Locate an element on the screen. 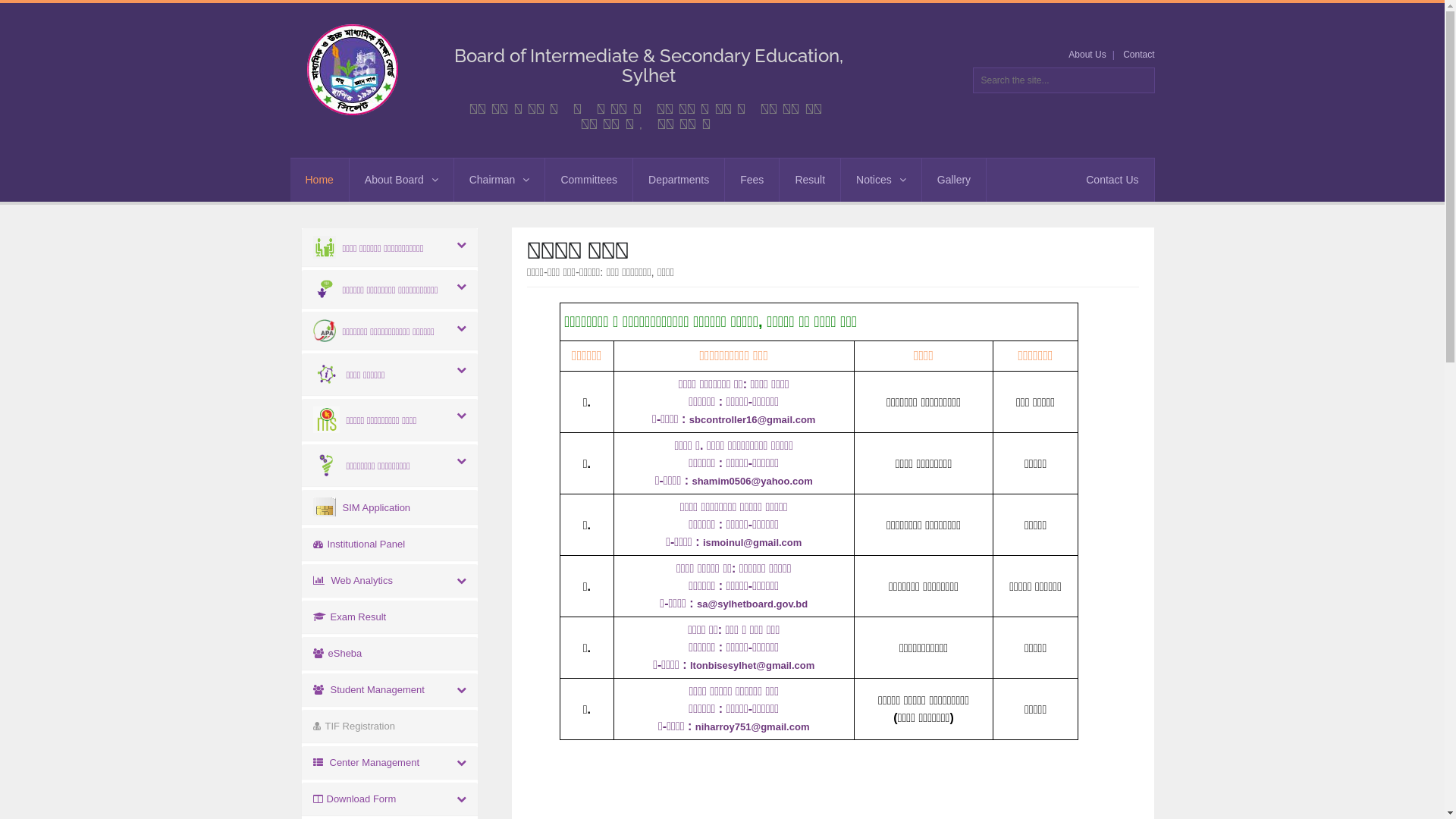  '  Institutional Panel' is located at coordinates (358, 543).